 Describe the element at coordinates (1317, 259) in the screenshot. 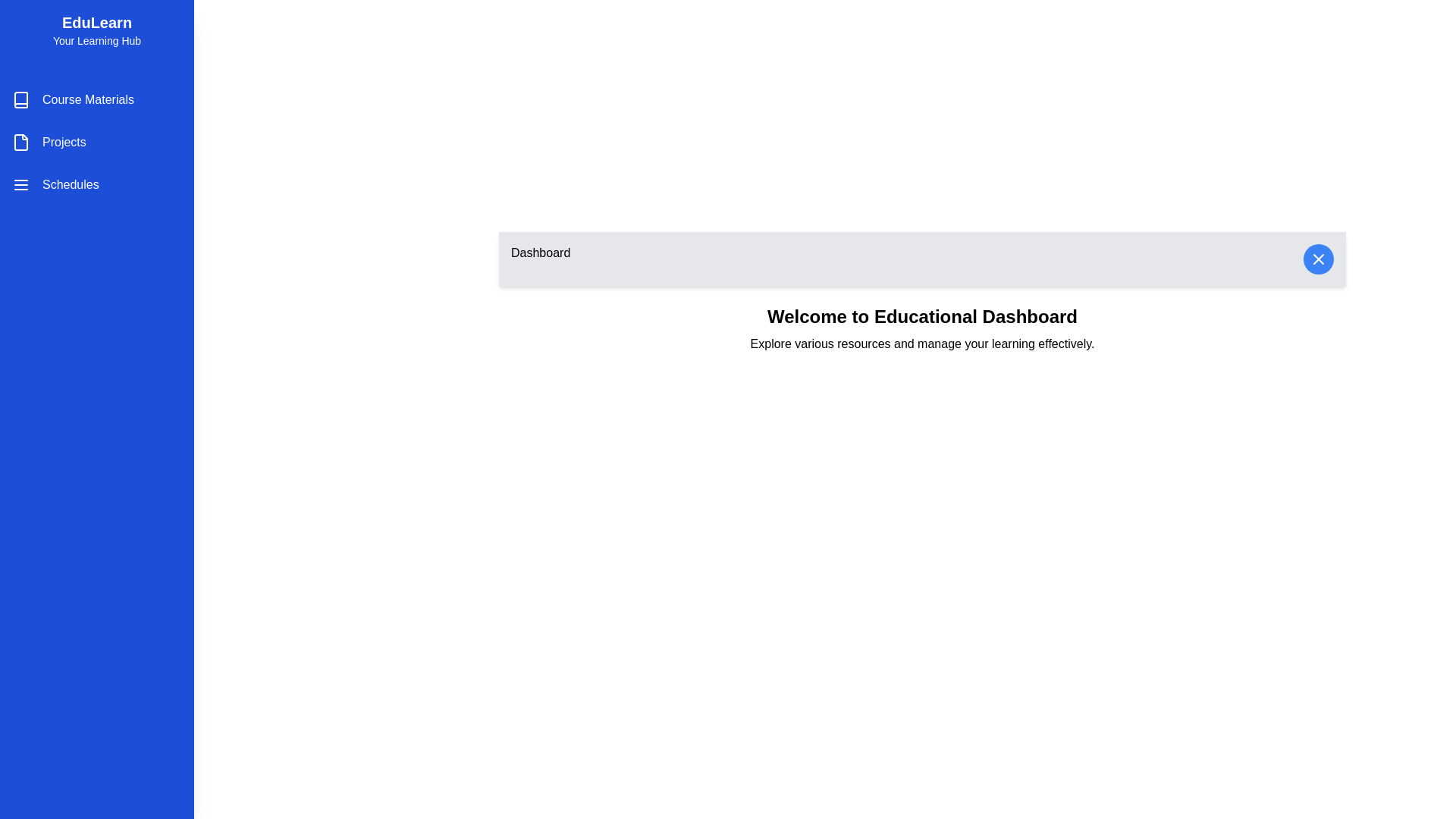

I see `the 'X' icon that is part of the blue circular button located at the far-right end of the horizontal grey bar at the top of the page` at that location.